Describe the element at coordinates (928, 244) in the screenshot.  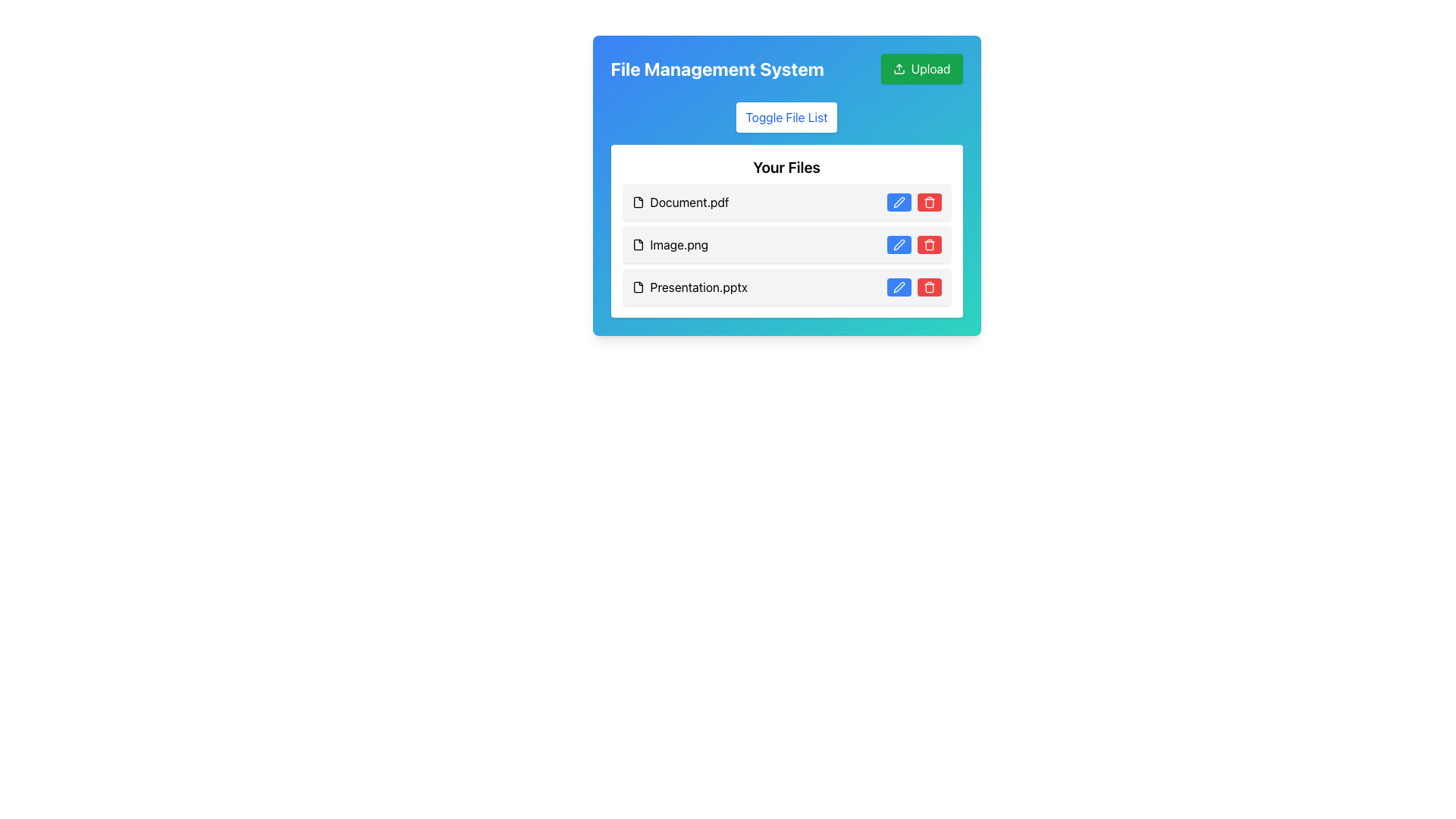
I see `the delete button located to the right of the blue edit button in the action section of the third row of the file management system` at that location.